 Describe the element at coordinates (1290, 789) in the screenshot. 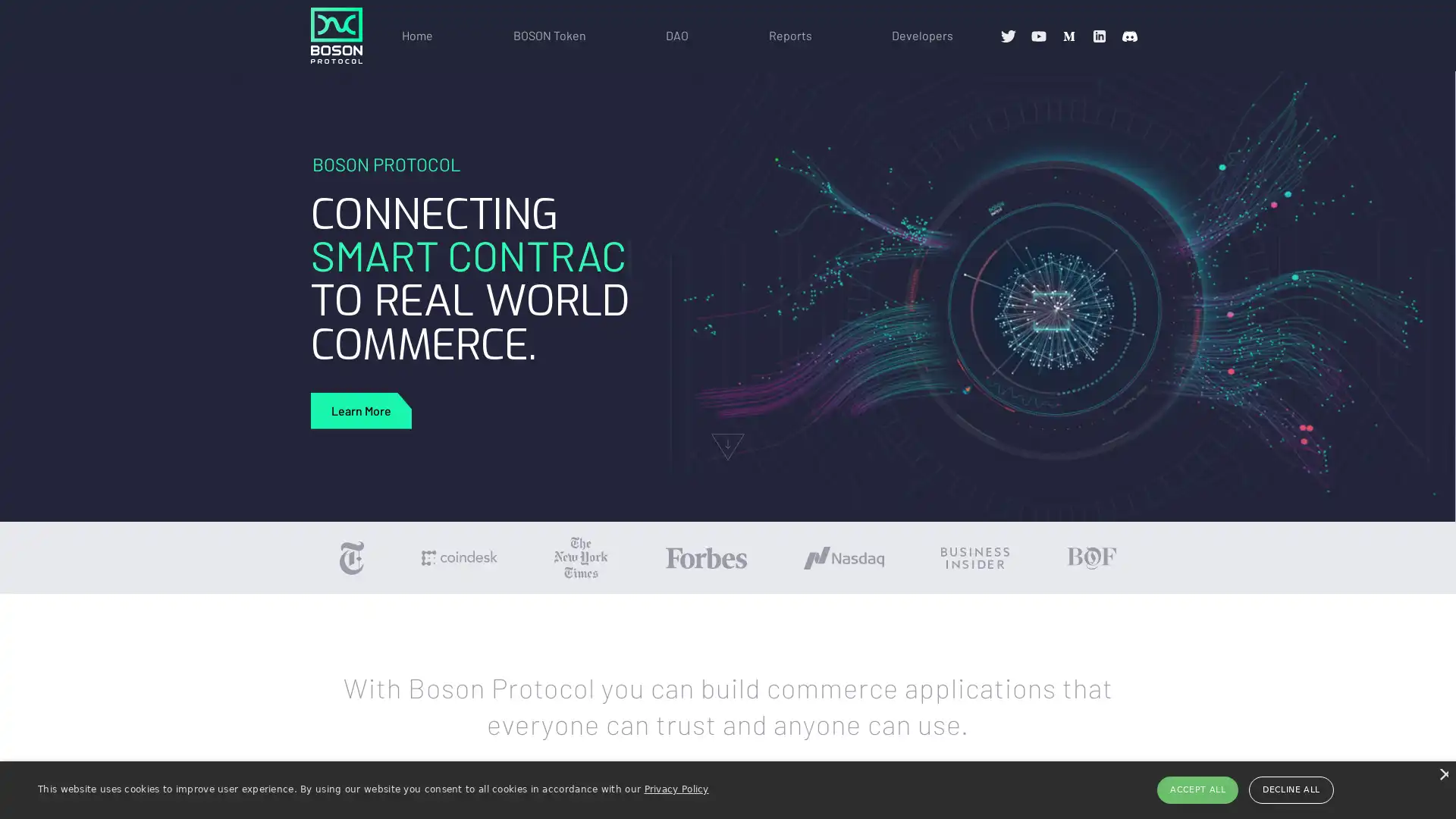

I see `DECLINE ALL` at that location.